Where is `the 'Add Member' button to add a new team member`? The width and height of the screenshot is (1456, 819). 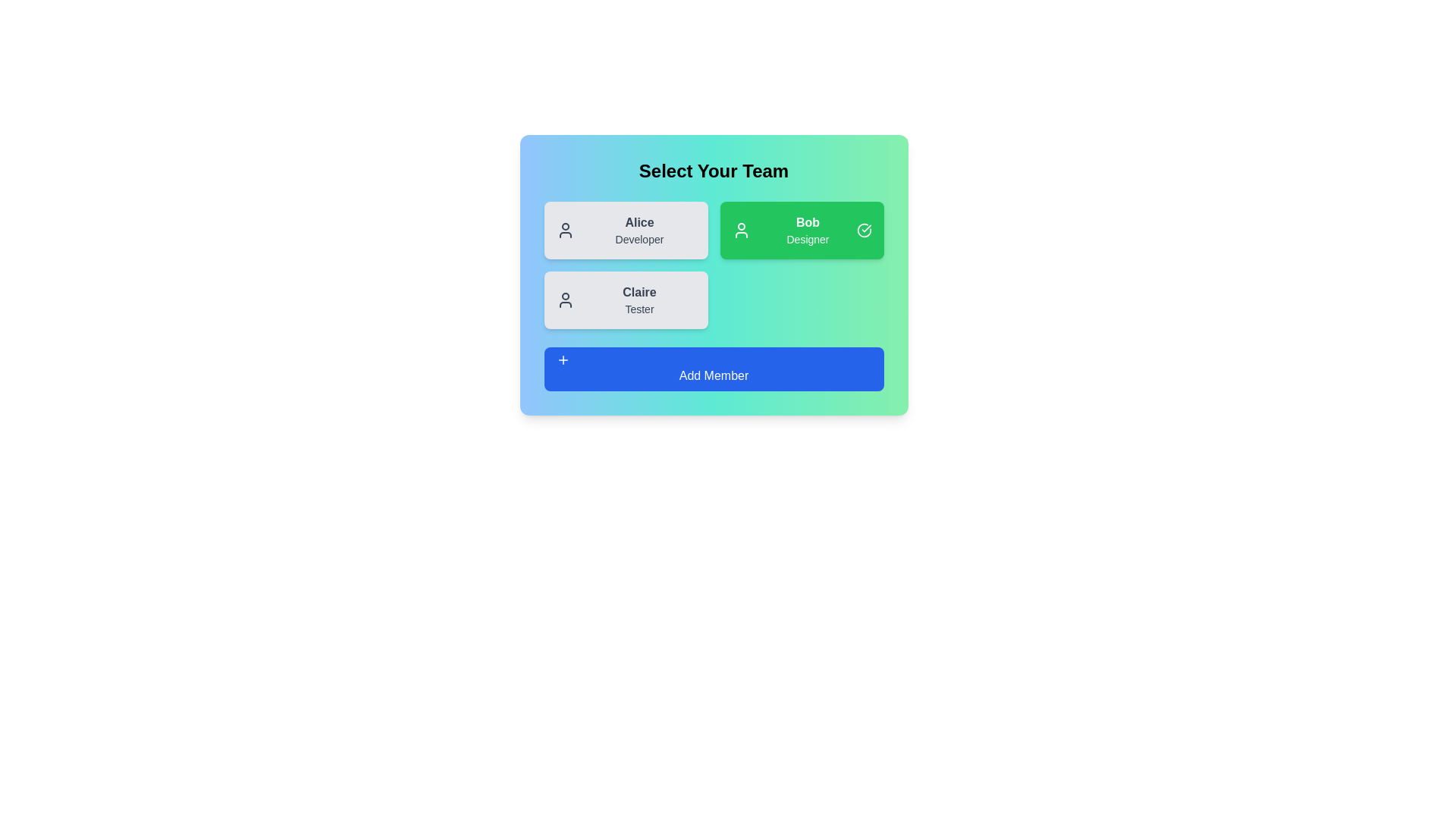
the 'Add Member' button to add a new team member is located at coordinates (713, 369).